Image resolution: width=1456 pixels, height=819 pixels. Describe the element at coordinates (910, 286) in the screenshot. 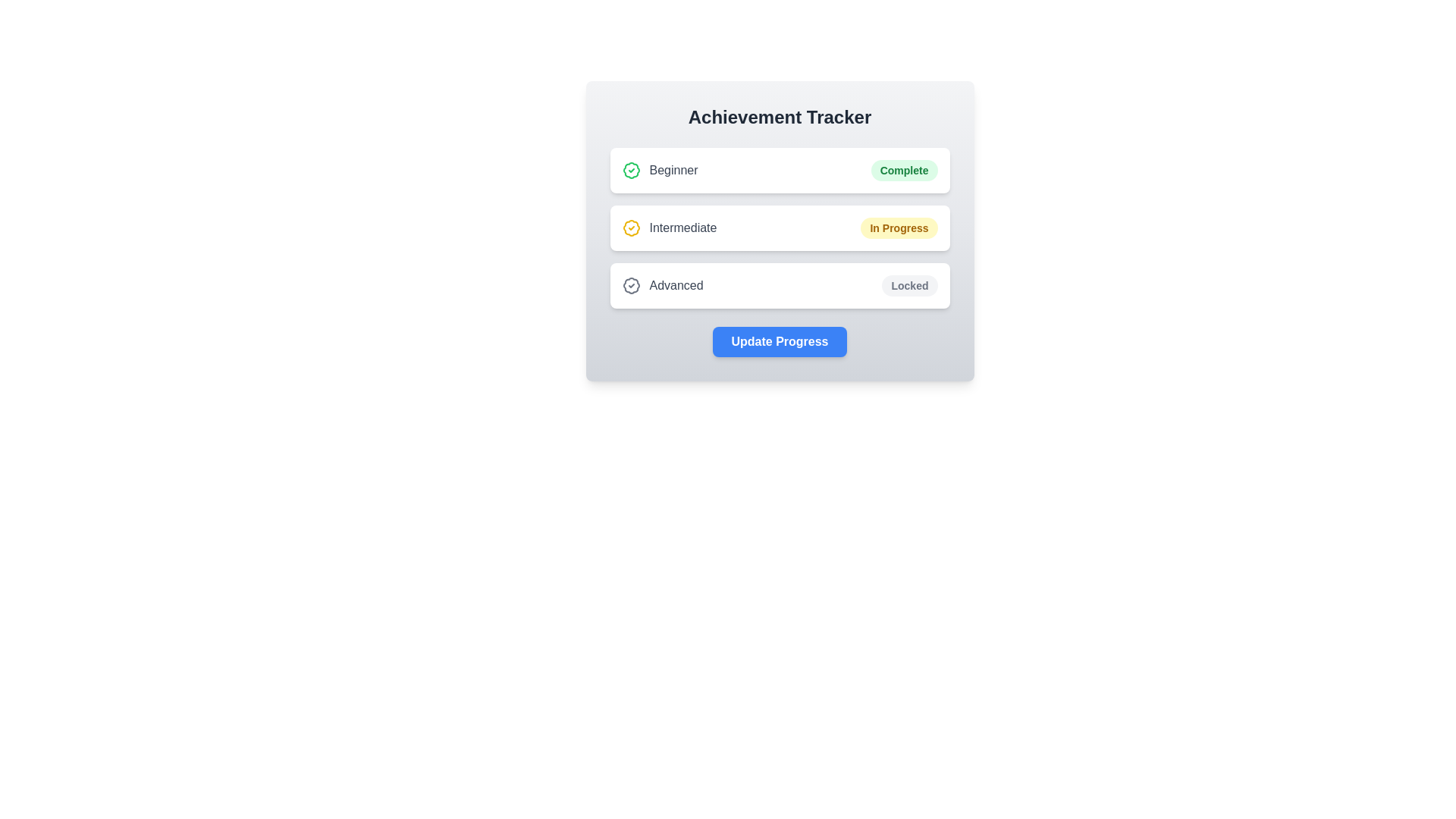

I see `the 'Locked' label element, which is a rounded rectangle with a light gray background and bold gray text, located on the rightmost side of the 'Achievement Tracker' interface indicating 'Advanced' status` at that location.